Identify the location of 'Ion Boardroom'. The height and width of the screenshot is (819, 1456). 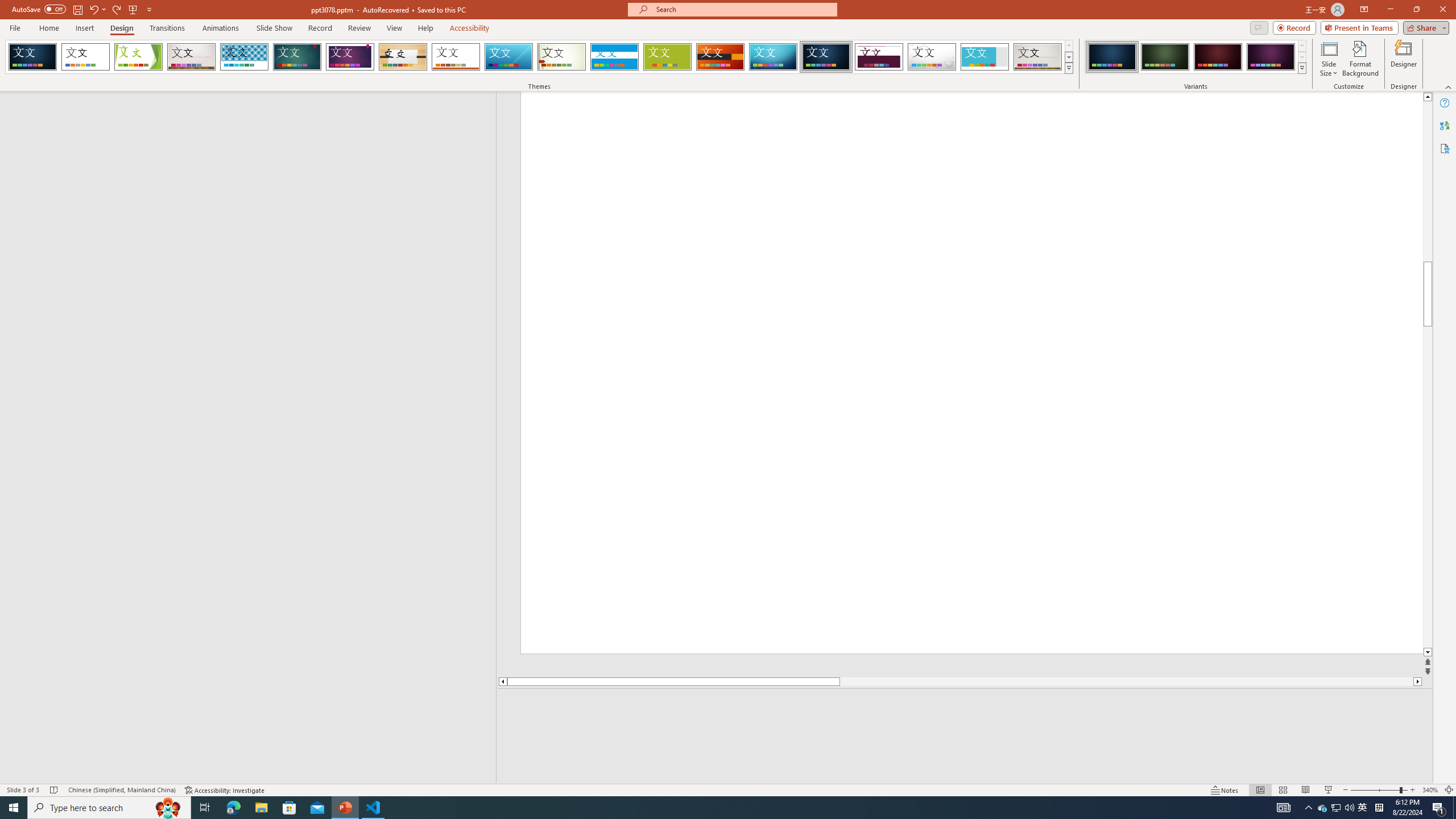
(350, 56).